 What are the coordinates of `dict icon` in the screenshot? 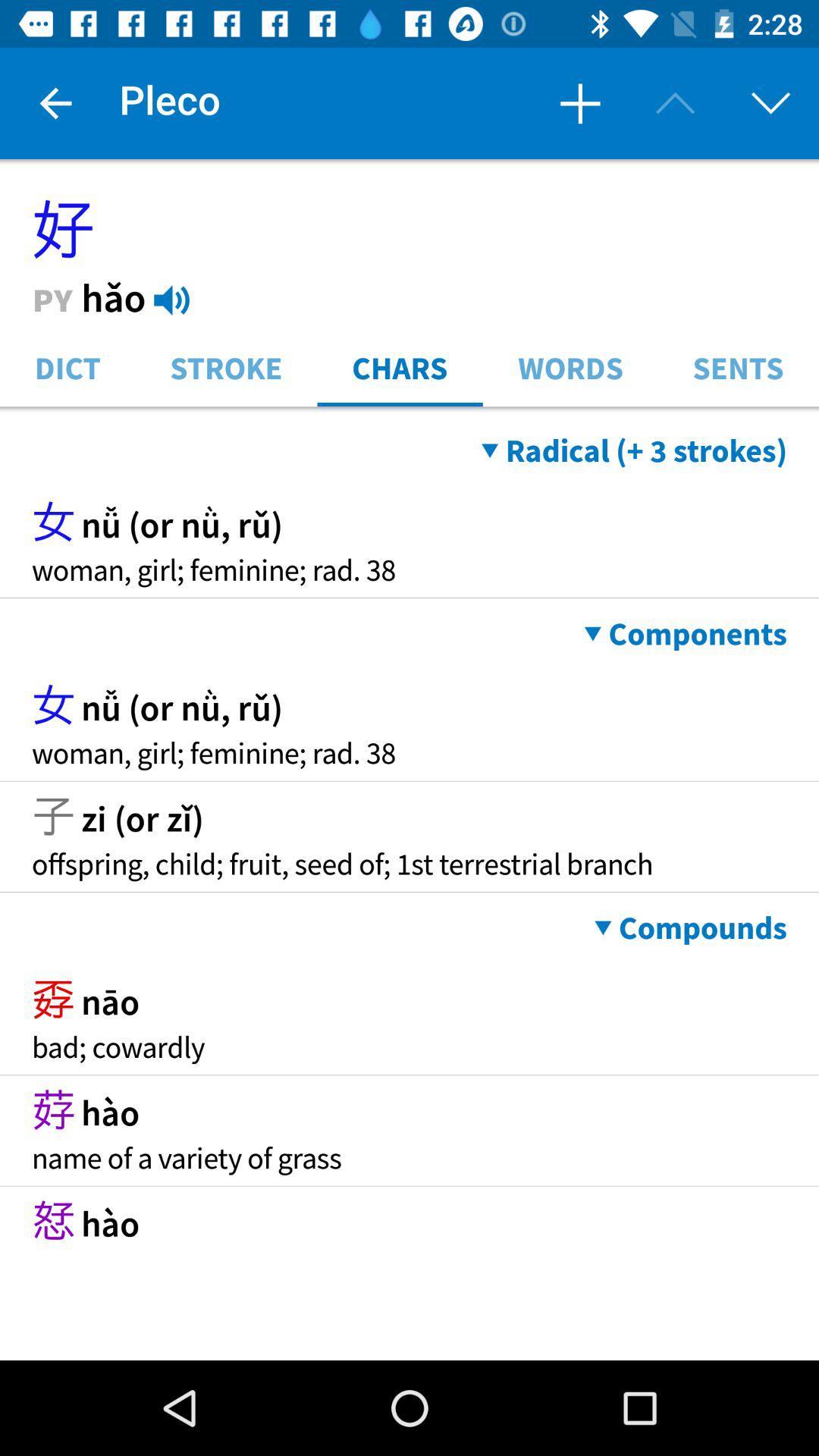 It's located at (67, 366).